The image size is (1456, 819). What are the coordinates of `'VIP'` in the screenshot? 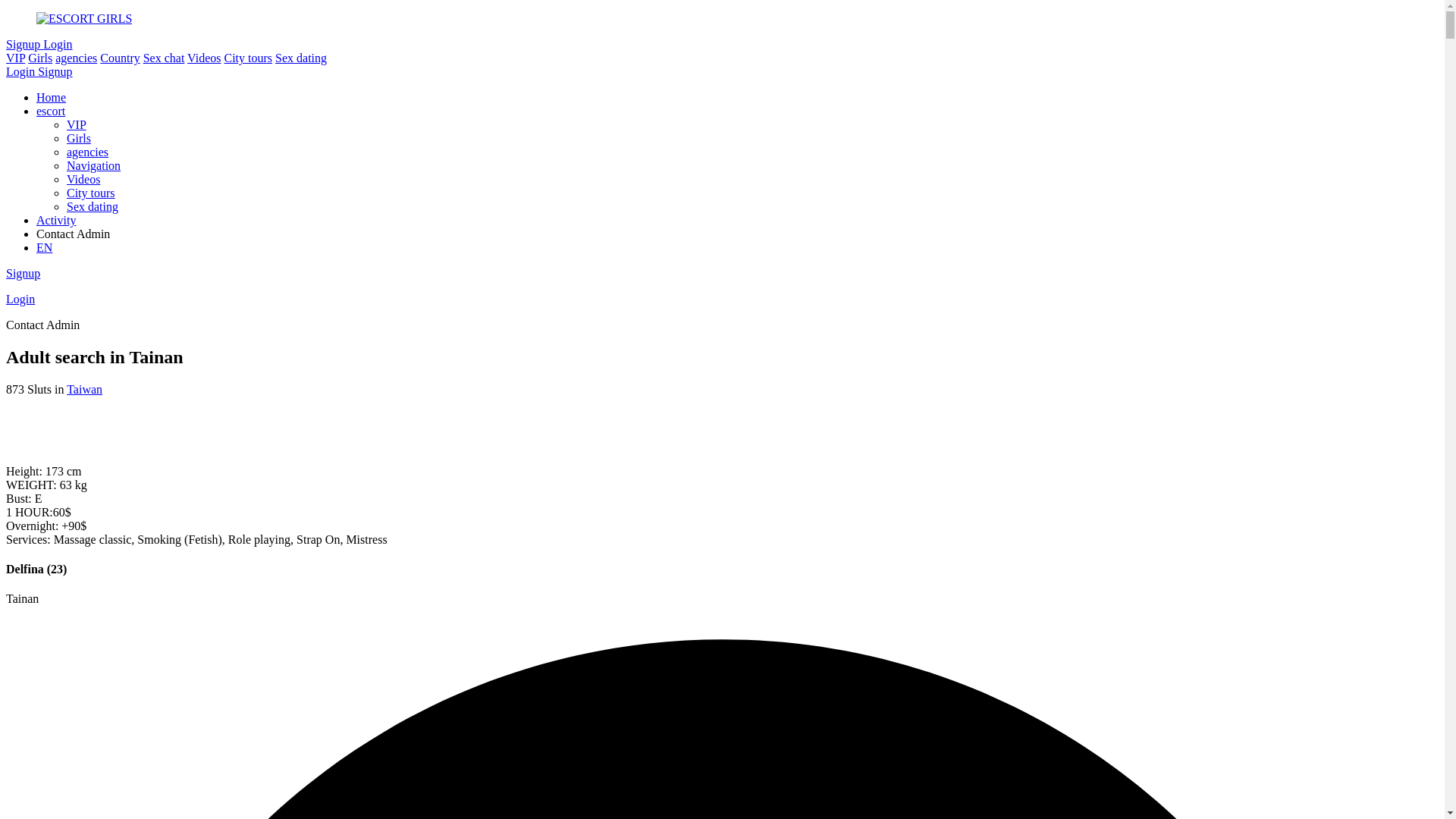 It's located at (15, 57).